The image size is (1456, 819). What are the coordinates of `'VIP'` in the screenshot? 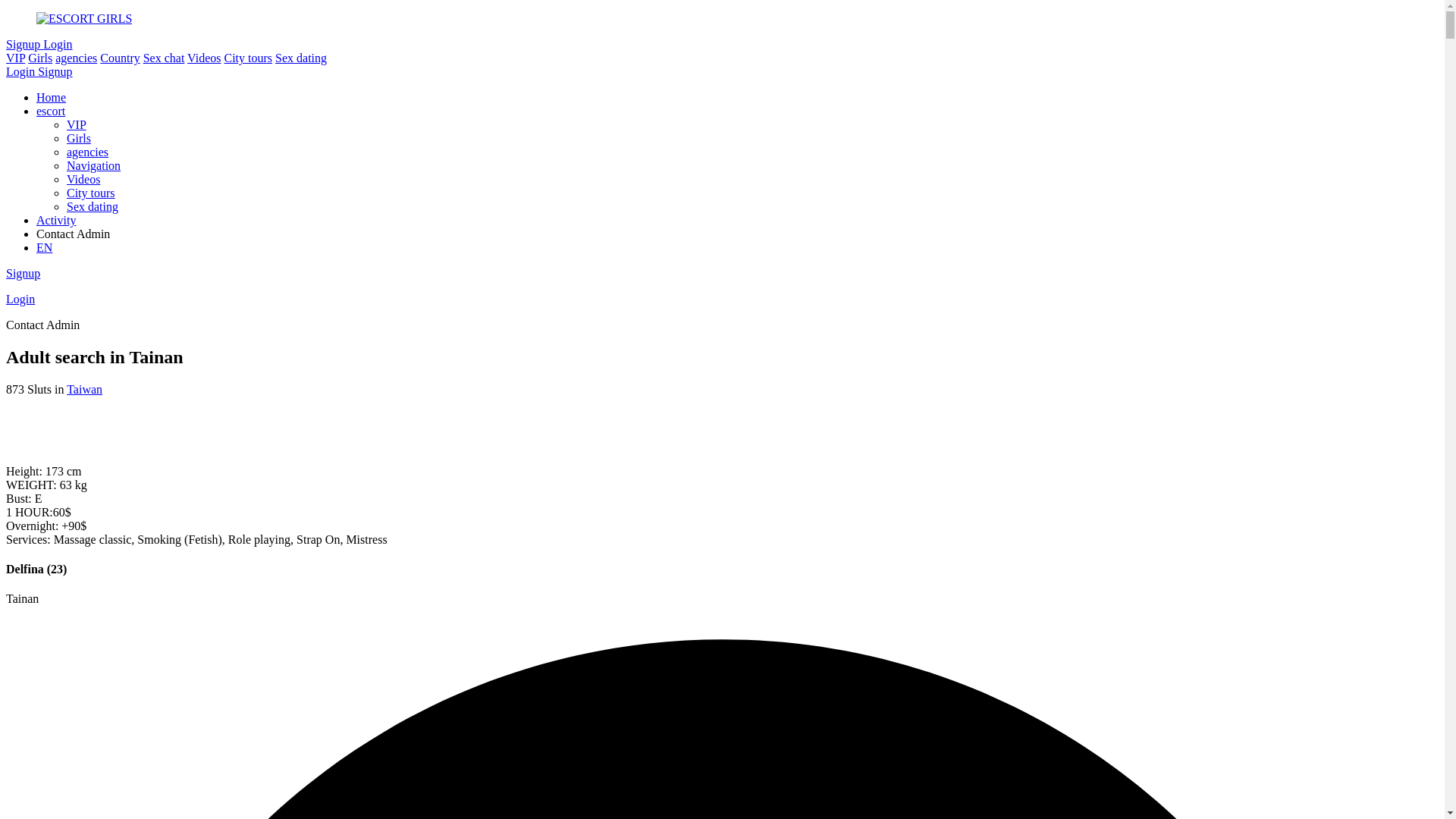 It's located at (15, 57).